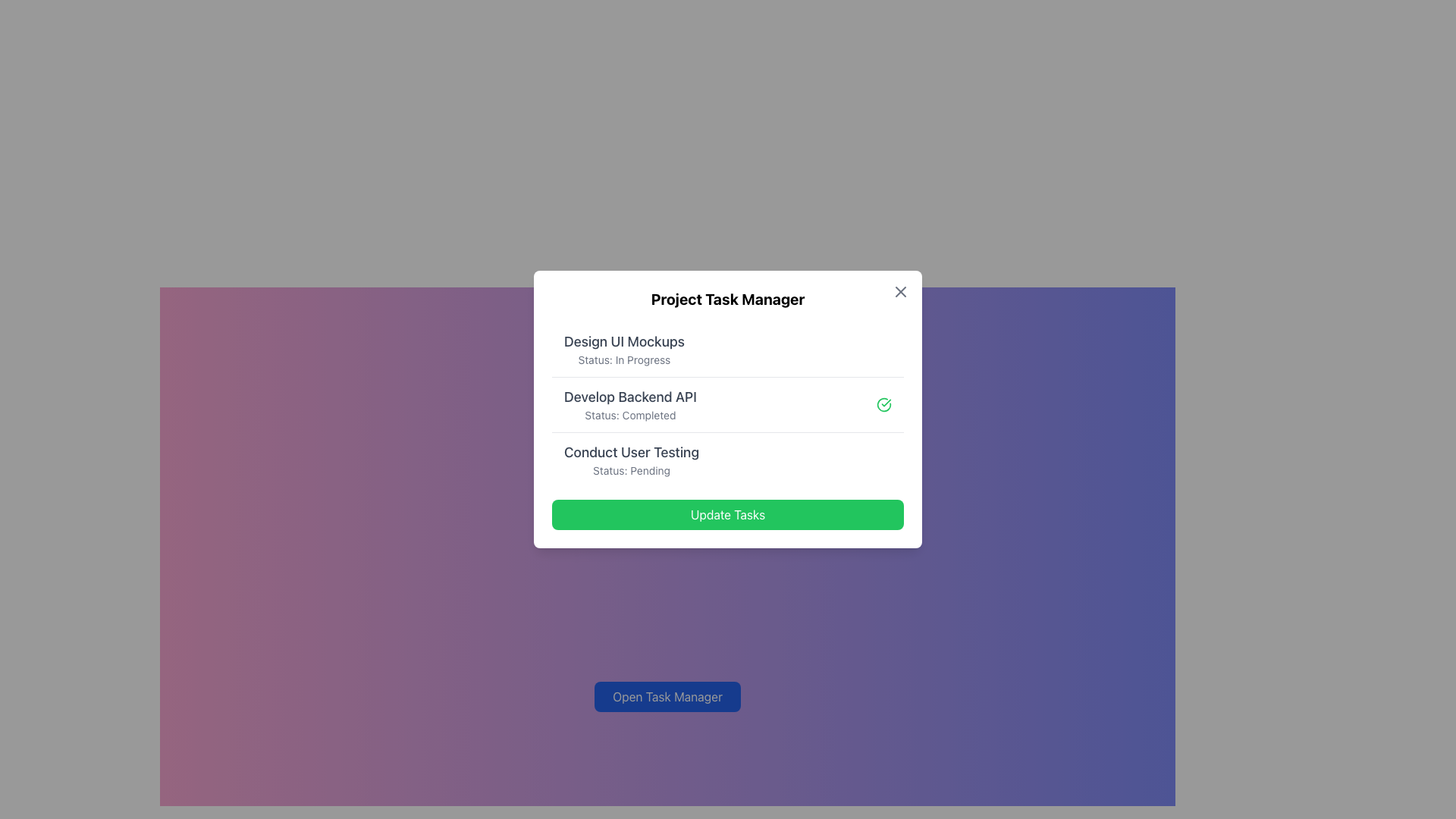 This screenshot has width=1456, height=819. What do you see at coordinates (884, 403) in the screenshot?
I see `the completion status icon (circle-check) located to the far right of the 'Develop Backend API' task's entry` at bounding box center [884, 403].